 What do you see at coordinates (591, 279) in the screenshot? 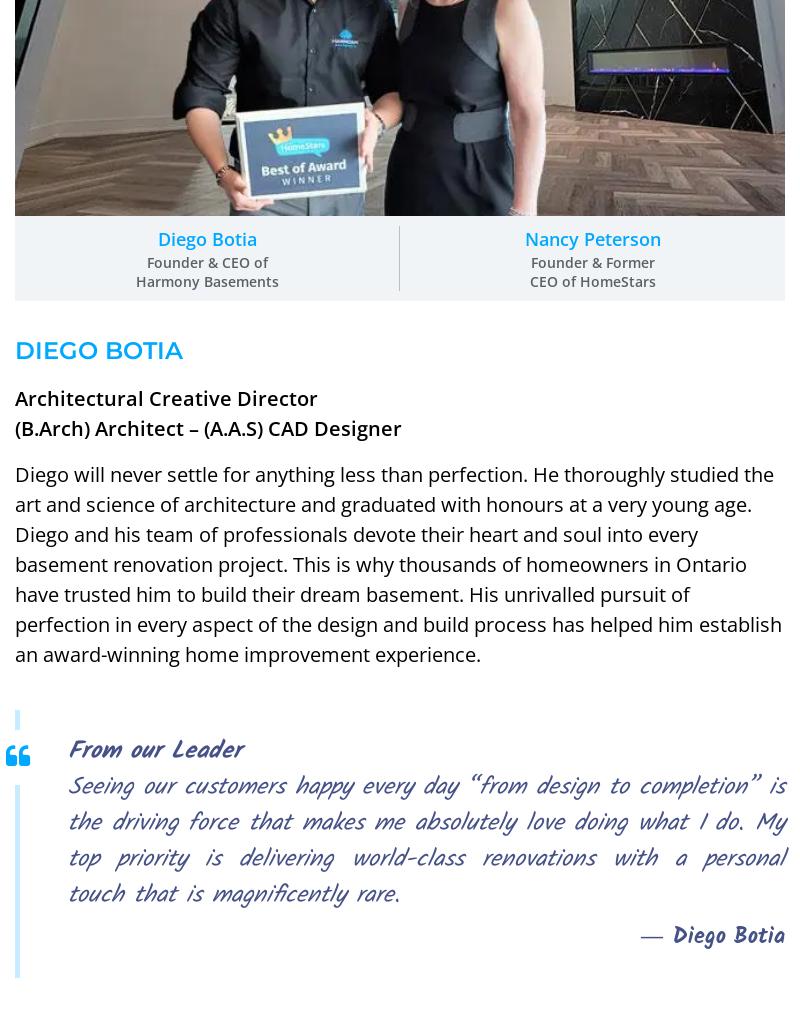
I see `'CEO of HomeStars'` at bounding box center [591, 279].